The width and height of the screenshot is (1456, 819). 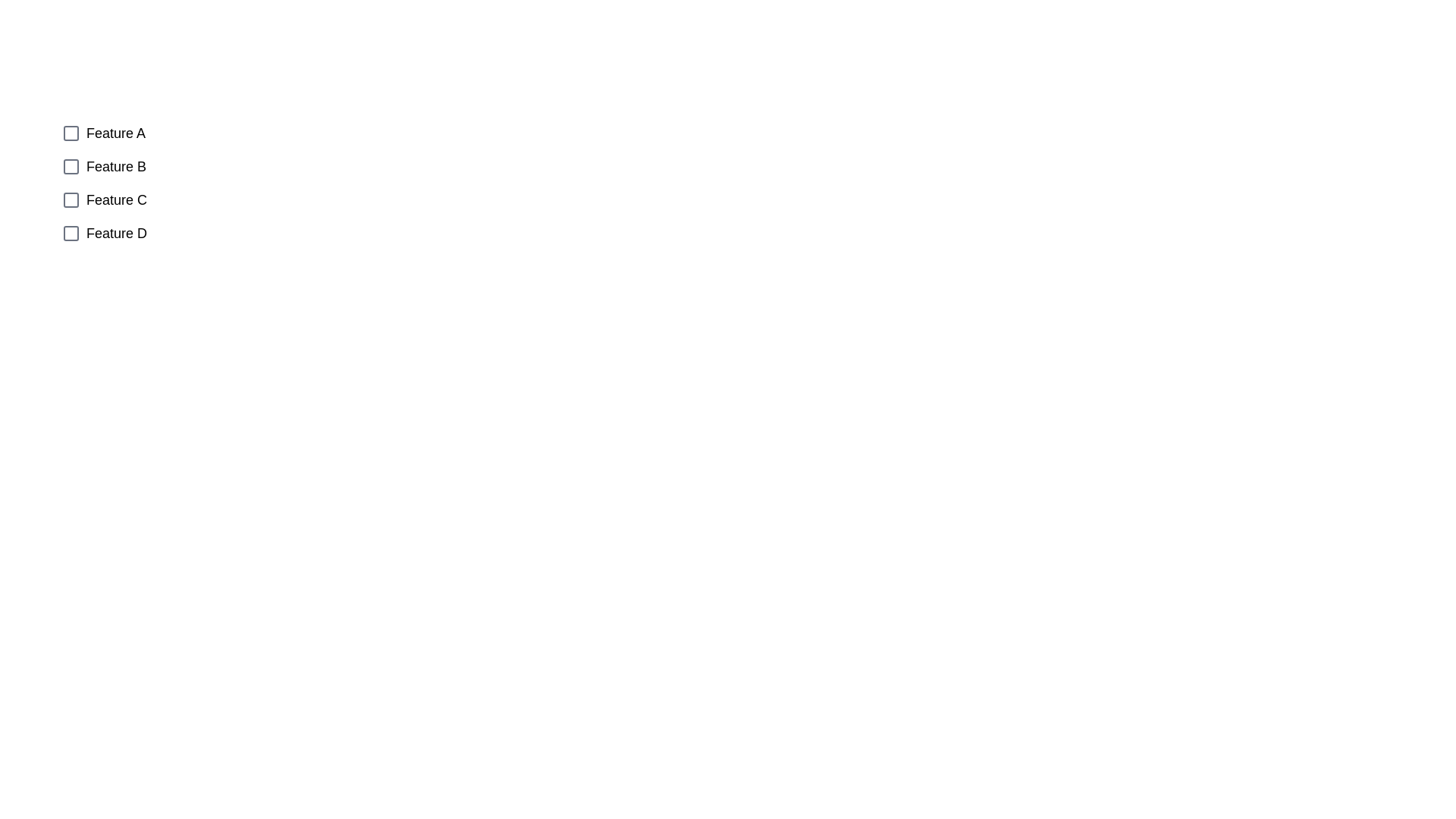 I want to click on the checkbox corresponding to Feature B to observe its position, so click(x=103, y=166).